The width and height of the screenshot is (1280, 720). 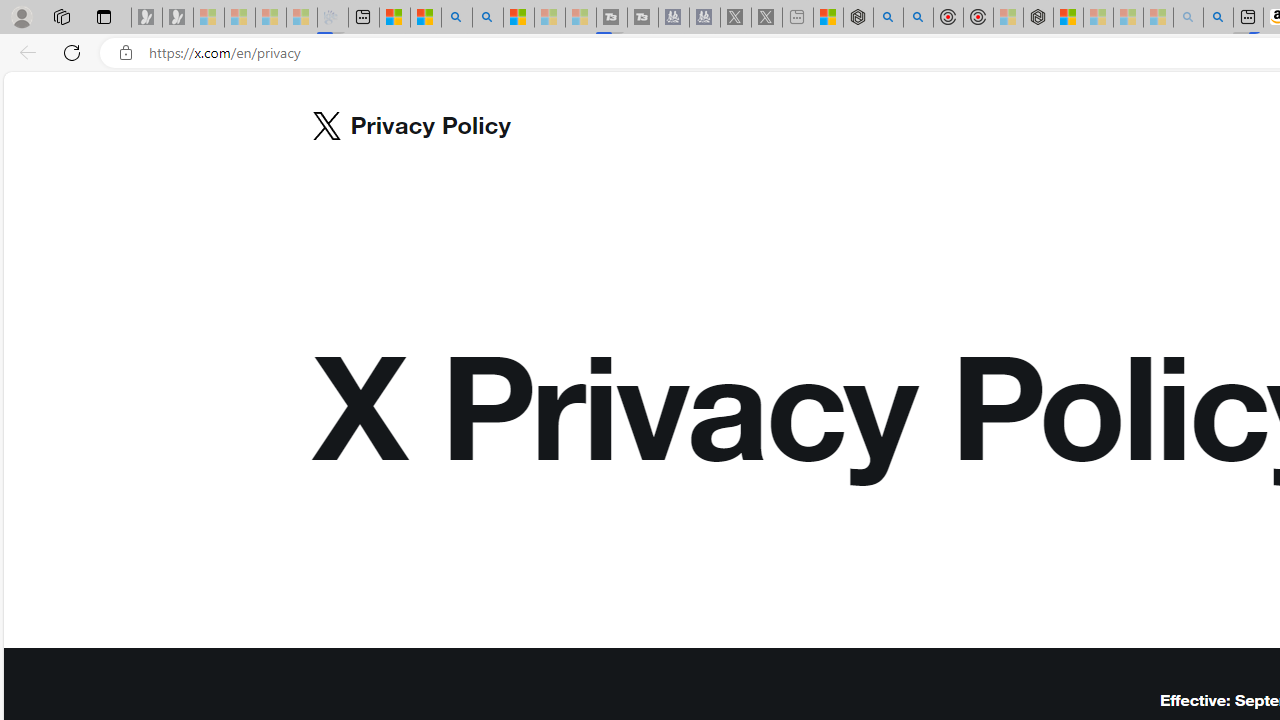 What do you see at coordinates (364, 17) in the screenshot?
I see `'New tab'` at bounding box center [364, 17].